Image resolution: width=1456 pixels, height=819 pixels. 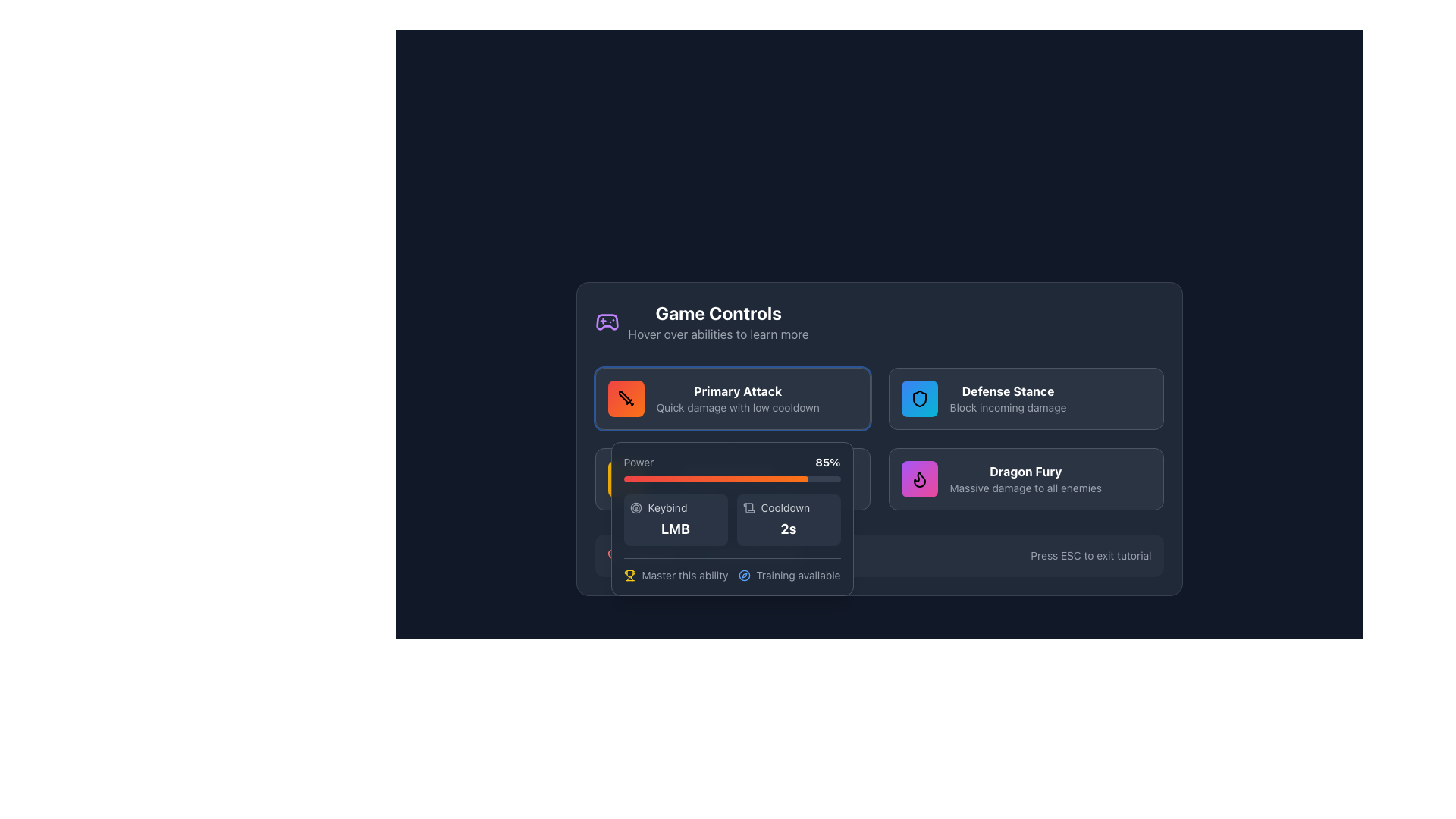 I want to click on the lightning bolt icon located in the lower-left part of the 'Primary Attack' section, immediately to the left of the 'Power 85%' progress bar, so click(x=626, y=479).